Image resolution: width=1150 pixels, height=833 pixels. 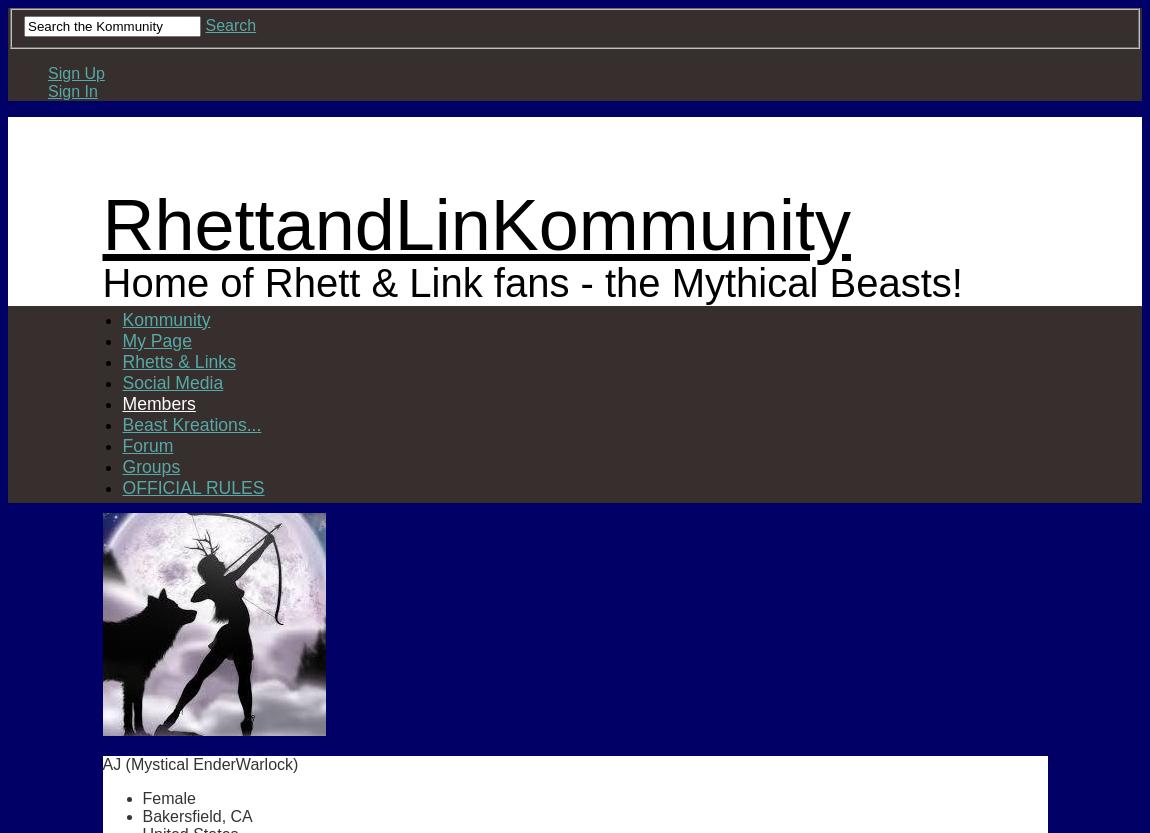 I want to click on 'My Page', so click(x=155, y=339).